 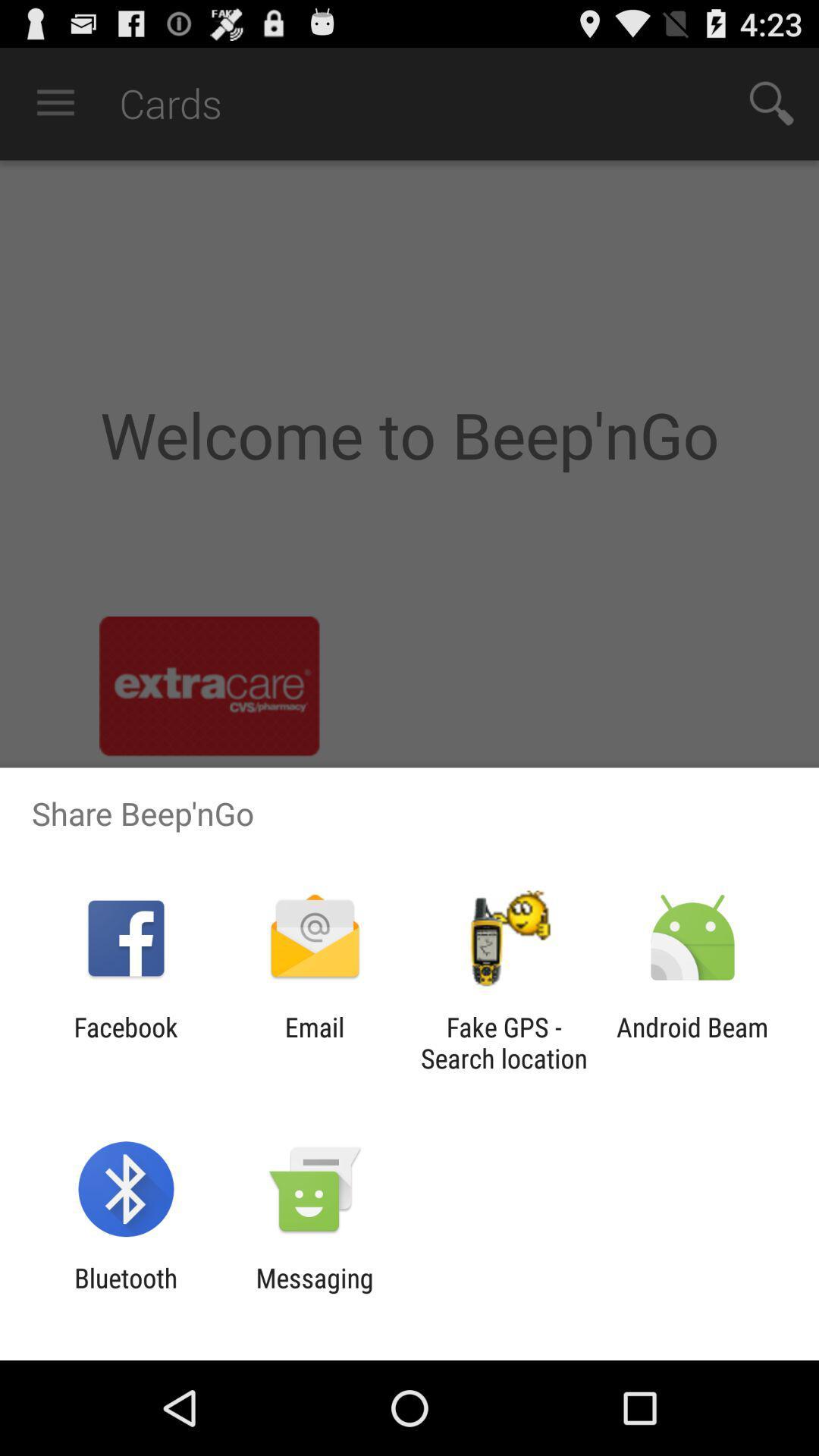 What do you see at coordinates (125, 1293) in the screenshot?
I see `item to the left of messaging item` at bounding box center [125, 1293].